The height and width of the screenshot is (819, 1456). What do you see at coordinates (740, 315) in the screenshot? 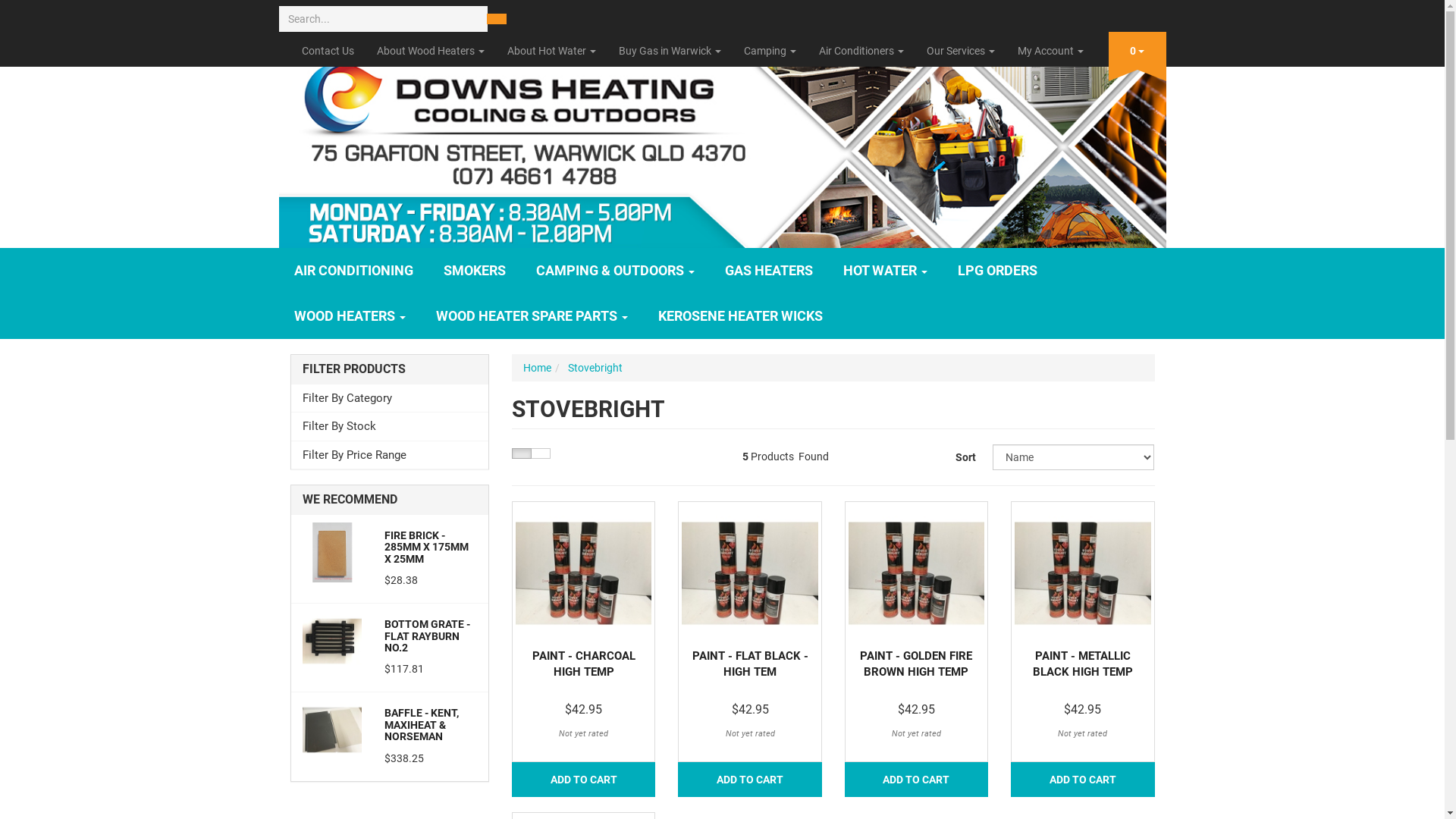
I see `'KEROSENE HEATER WICKS'` at bounding box center [740, 315].